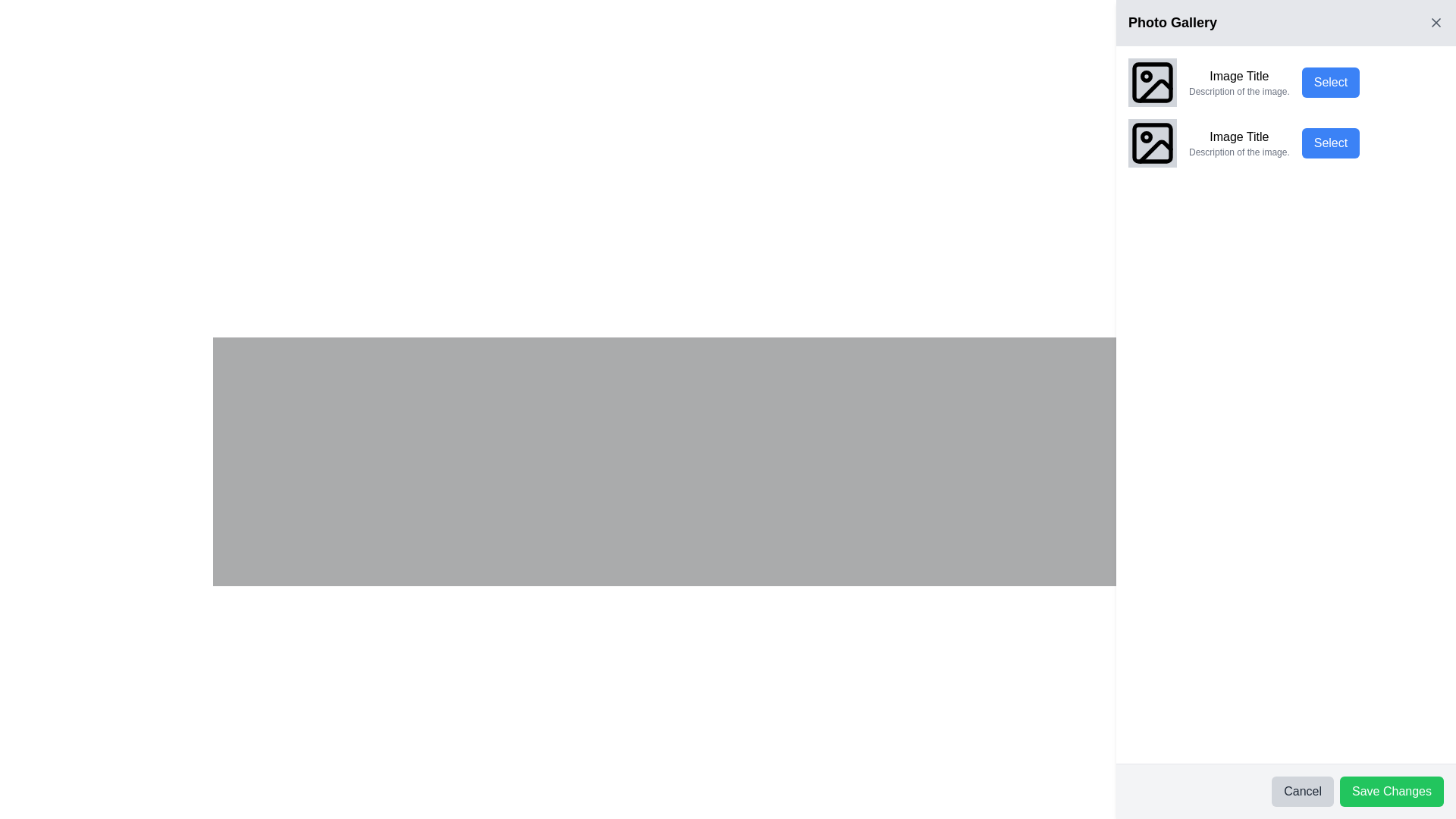 This screenshot has width=1456, height=819. Describe the element at coordinates (1436, 23) in the screenshot. I see `the close button located at the top-right of the modal window next to the 'Photo Gallery' label` at that location.